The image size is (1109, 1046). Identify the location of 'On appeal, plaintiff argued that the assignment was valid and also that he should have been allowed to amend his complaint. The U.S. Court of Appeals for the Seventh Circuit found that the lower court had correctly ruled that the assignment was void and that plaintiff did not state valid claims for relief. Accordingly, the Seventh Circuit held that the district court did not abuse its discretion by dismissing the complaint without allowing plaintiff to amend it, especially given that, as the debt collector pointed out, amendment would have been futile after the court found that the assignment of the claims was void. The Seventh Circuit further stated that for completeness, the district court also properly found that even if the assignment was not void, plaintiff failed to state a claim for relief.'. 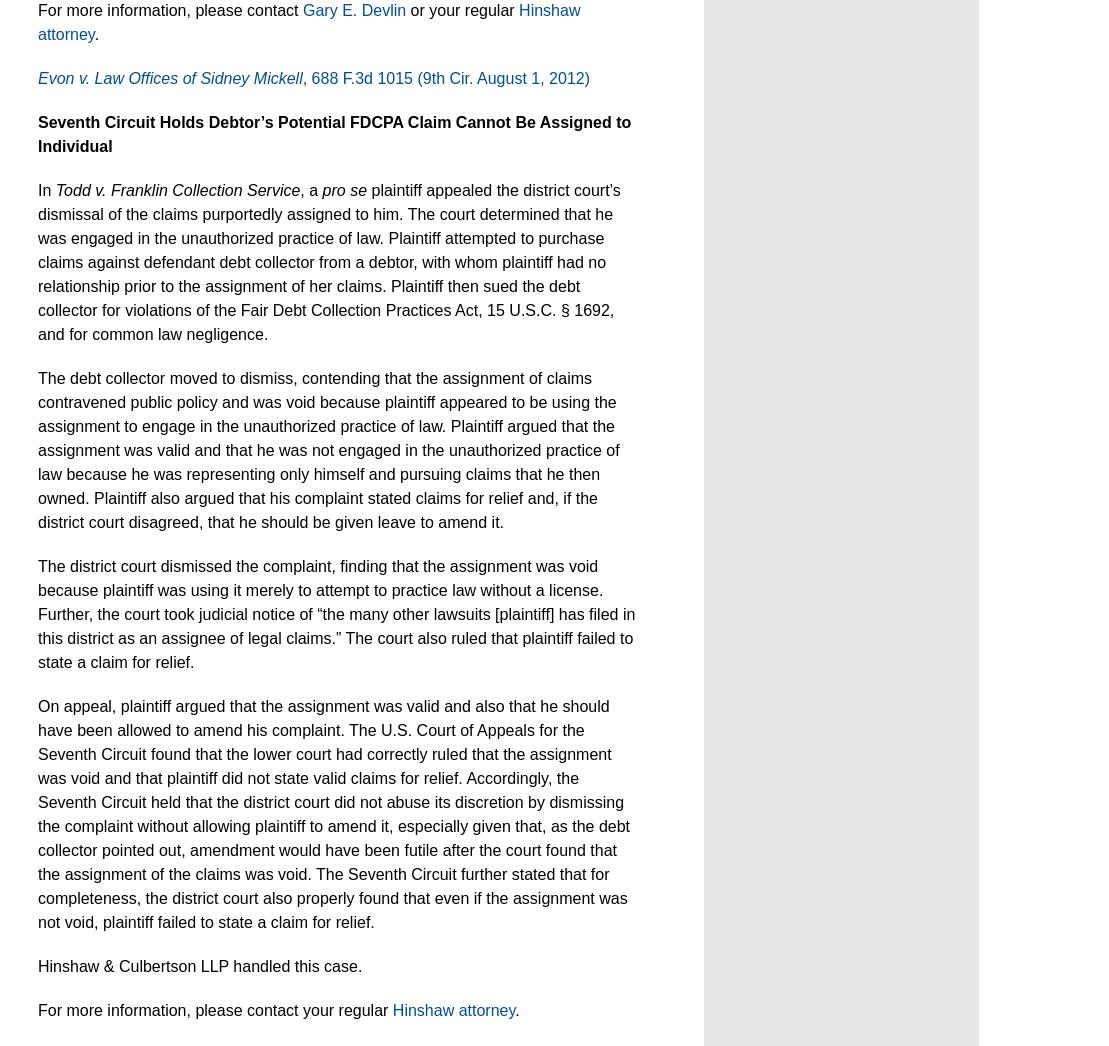
(334, 814).